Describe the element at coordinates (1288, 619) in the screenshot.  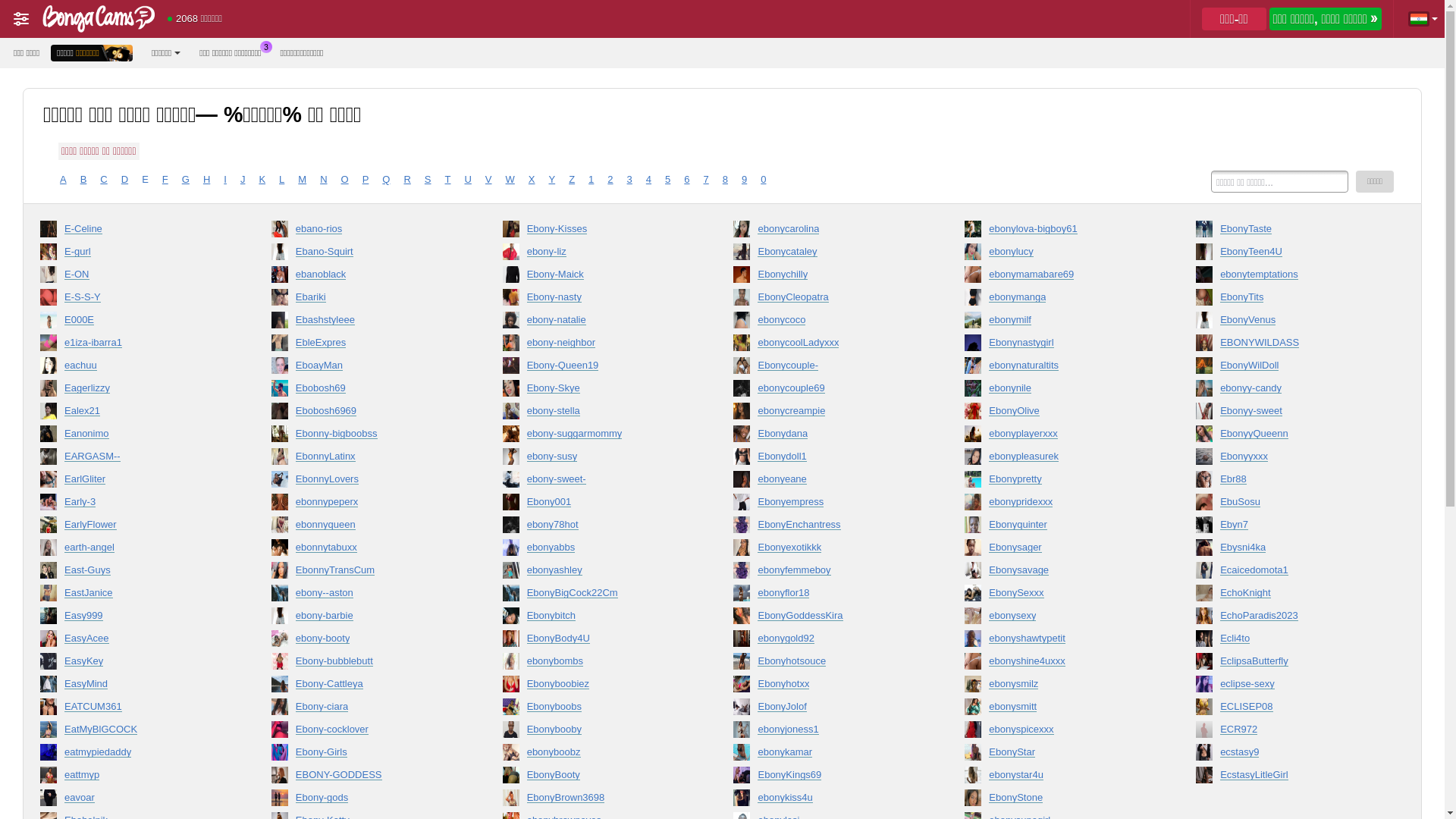
I see `'EchoParadis2023'` at that location.